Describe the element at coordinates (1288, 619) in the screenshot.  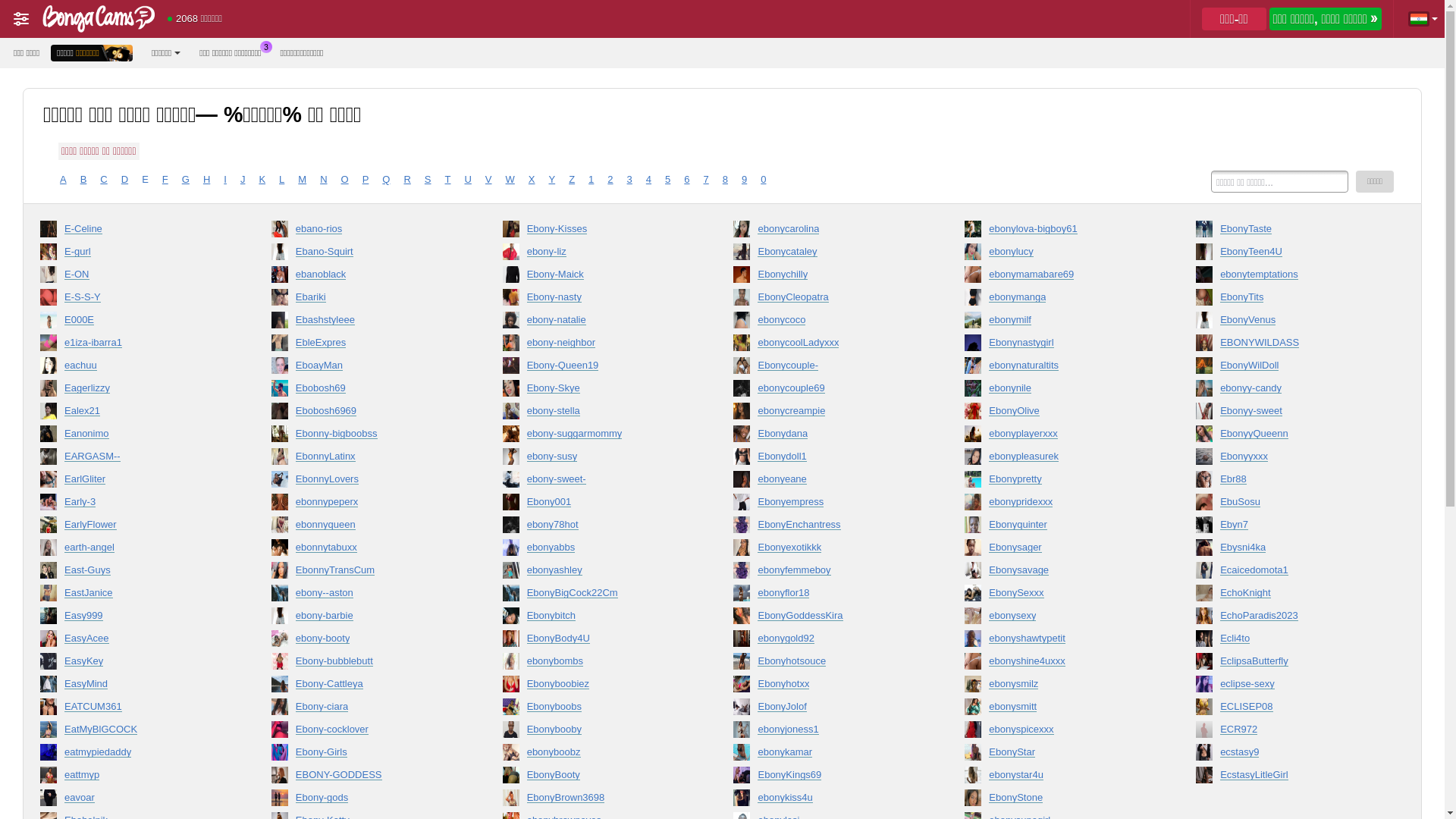
I see `'EchoParadis2023'` at that location.